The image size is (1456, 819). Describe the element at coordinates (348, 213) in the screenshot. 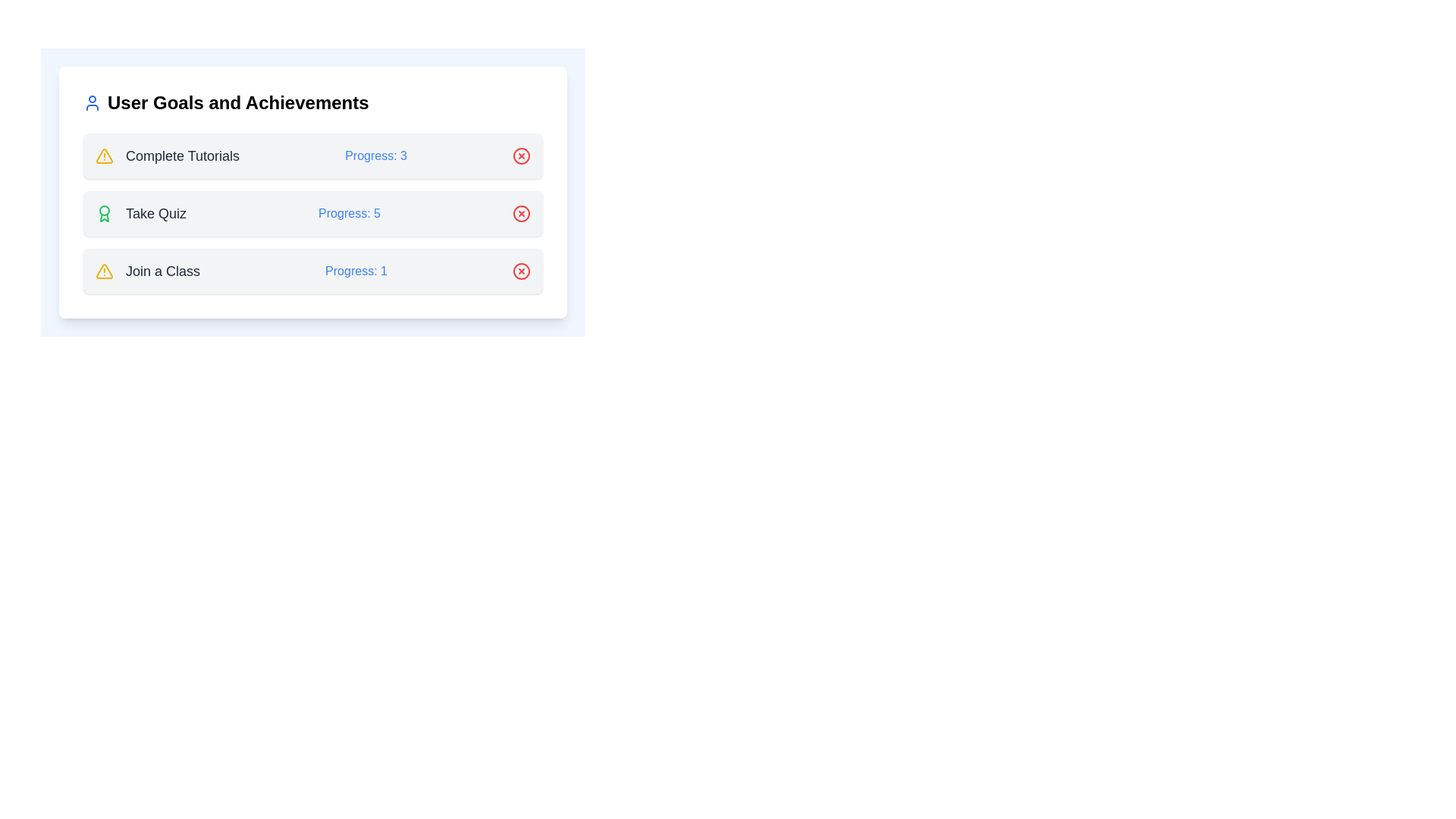

I see `the 'Progress: 5' text label, which is styled in blue and located next to the 'Take Quiz' label in the 'User Goals and Achievements' list` at that location.